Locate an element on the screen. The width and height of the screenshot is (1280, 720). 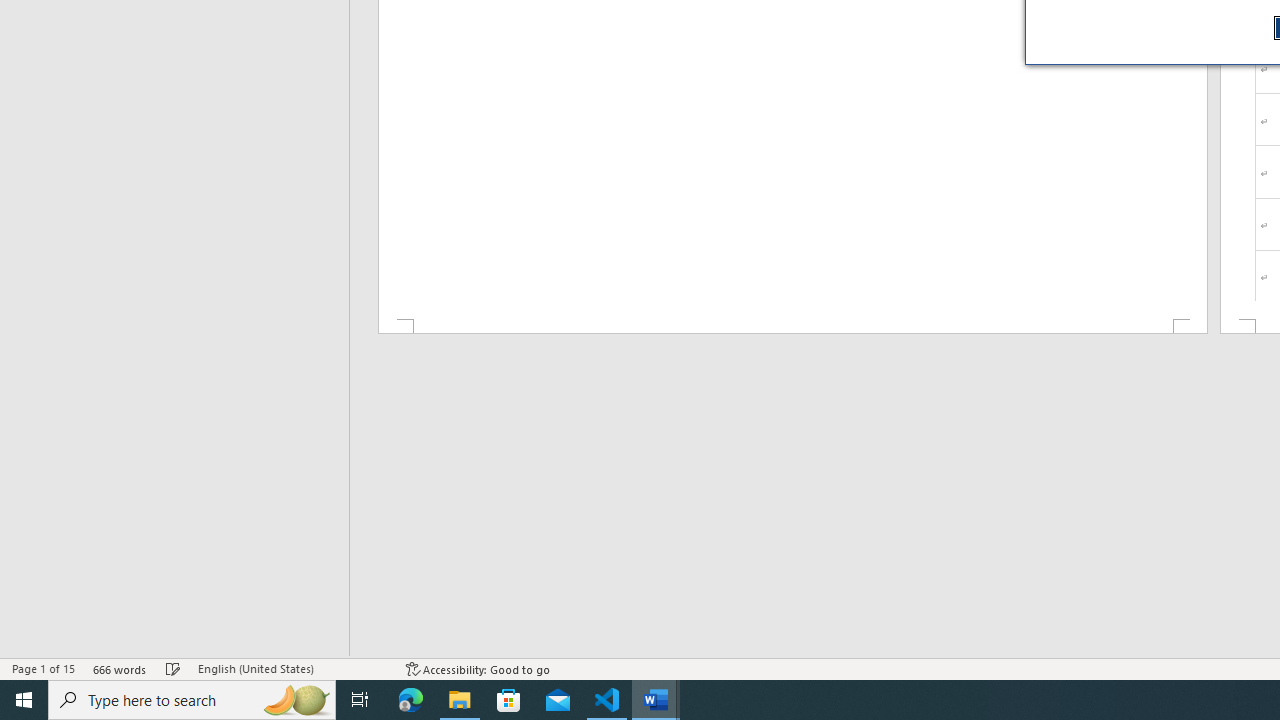
'Type here to search' is located at coordinates (192, 698).